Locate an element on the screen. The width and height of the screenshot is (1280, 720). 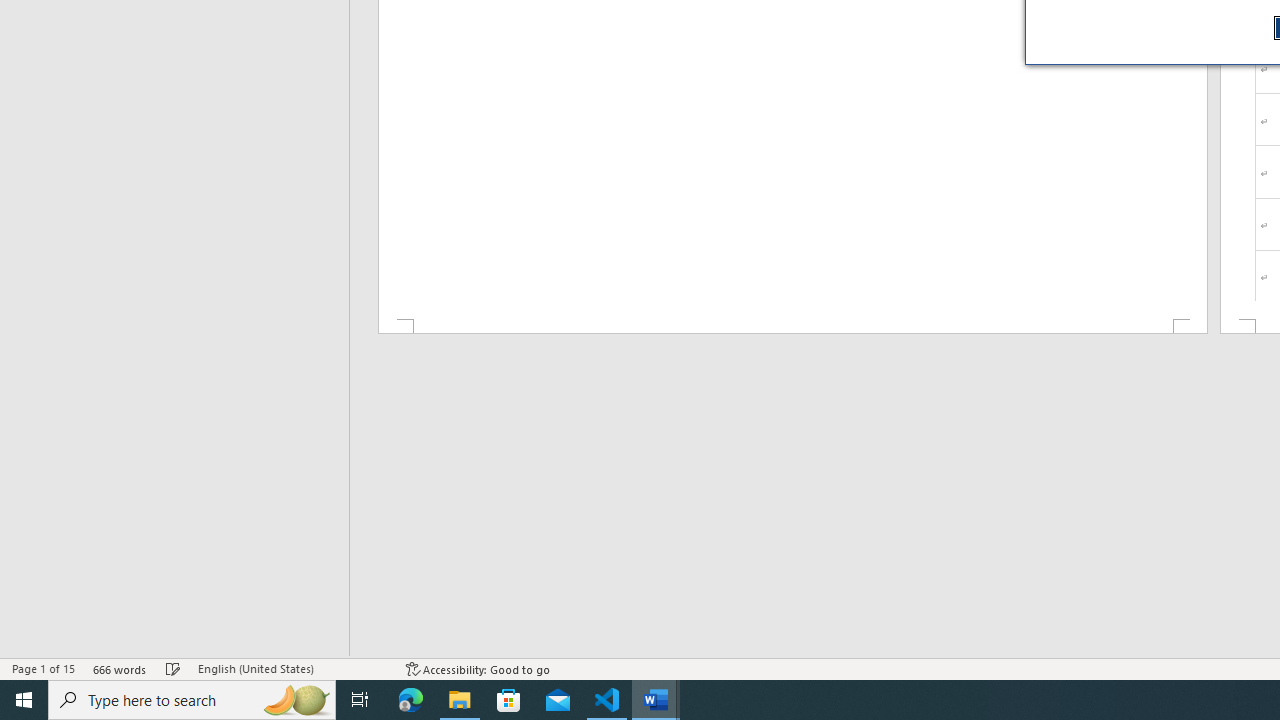
'Type here to search' is located at coordinates (192, 698).